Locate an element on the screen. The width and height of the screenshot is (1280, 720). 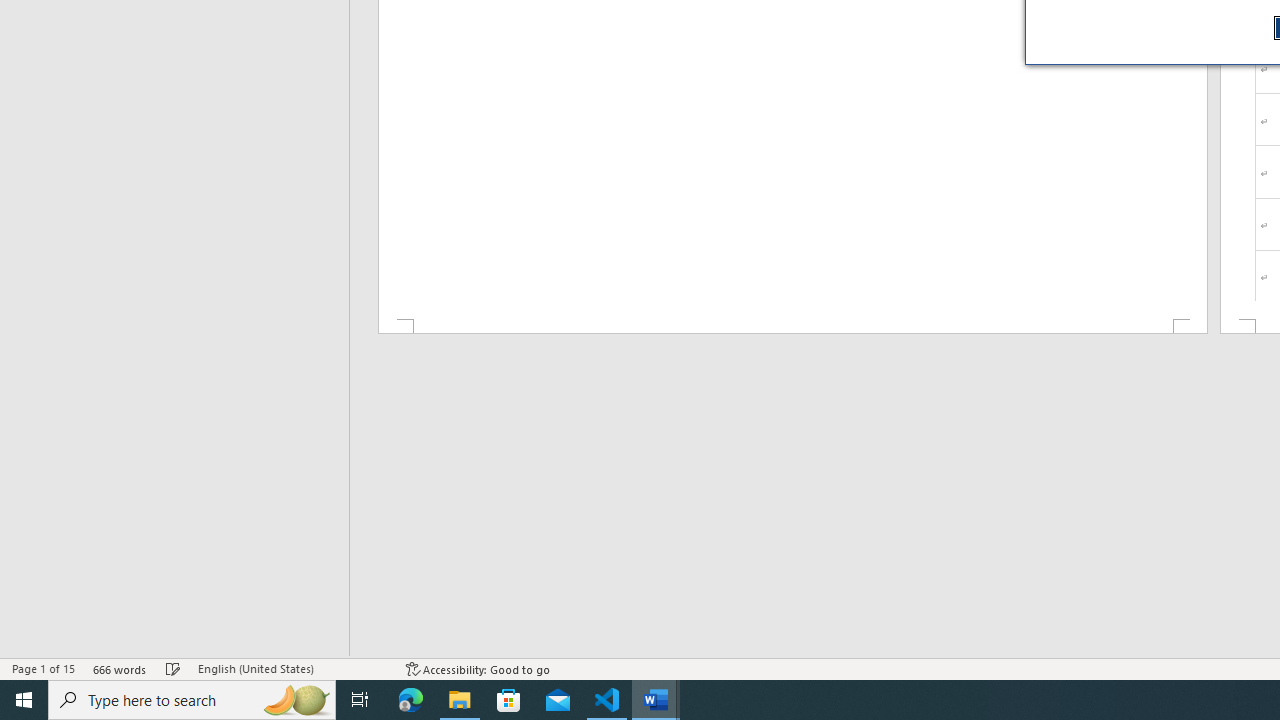
'Type here to search' is located at coordinates (192, 698).